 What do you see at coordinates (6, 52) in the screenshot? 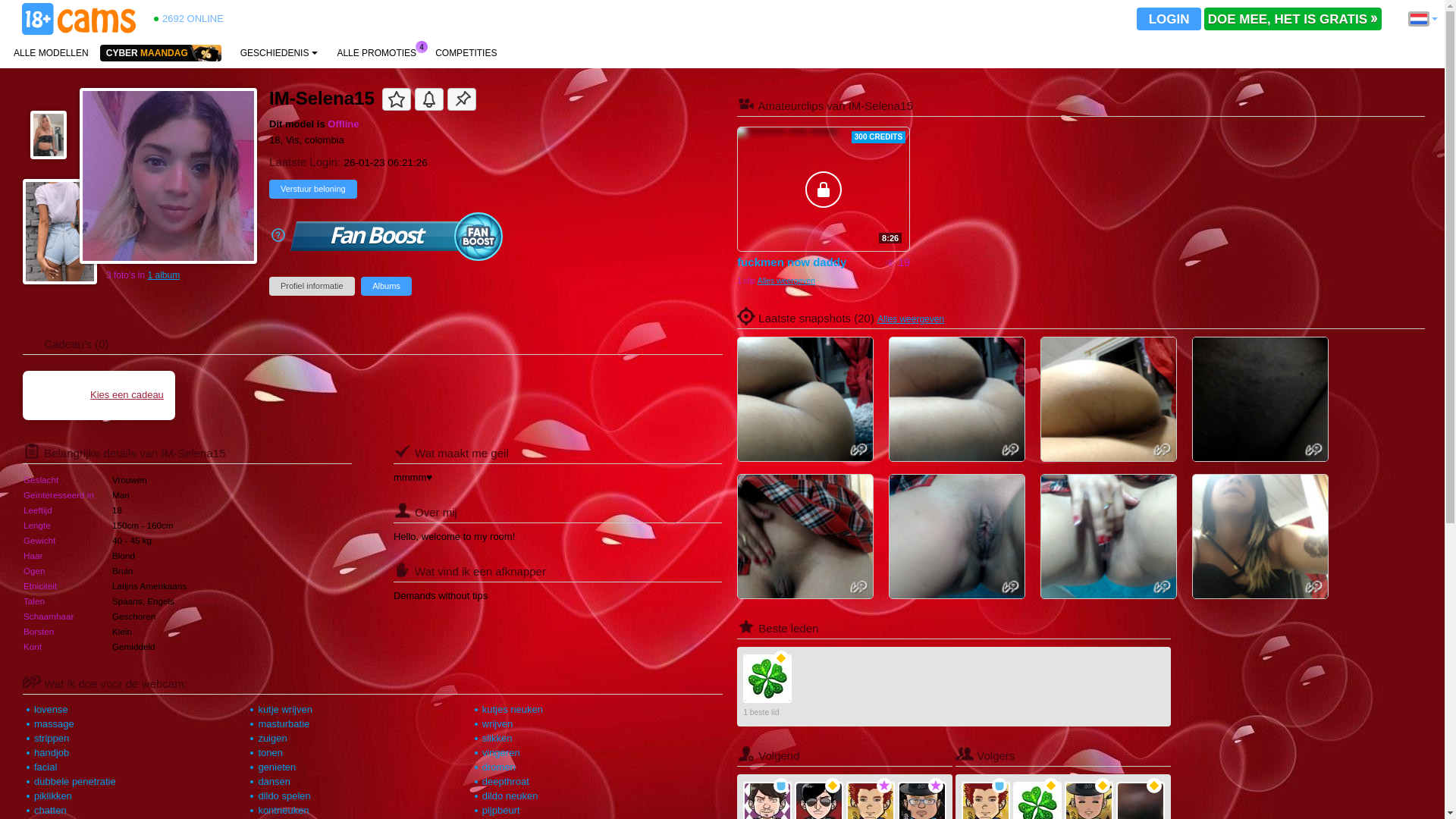
I see `'ALLE MODELLEN'` at bounding box center [6, 52].